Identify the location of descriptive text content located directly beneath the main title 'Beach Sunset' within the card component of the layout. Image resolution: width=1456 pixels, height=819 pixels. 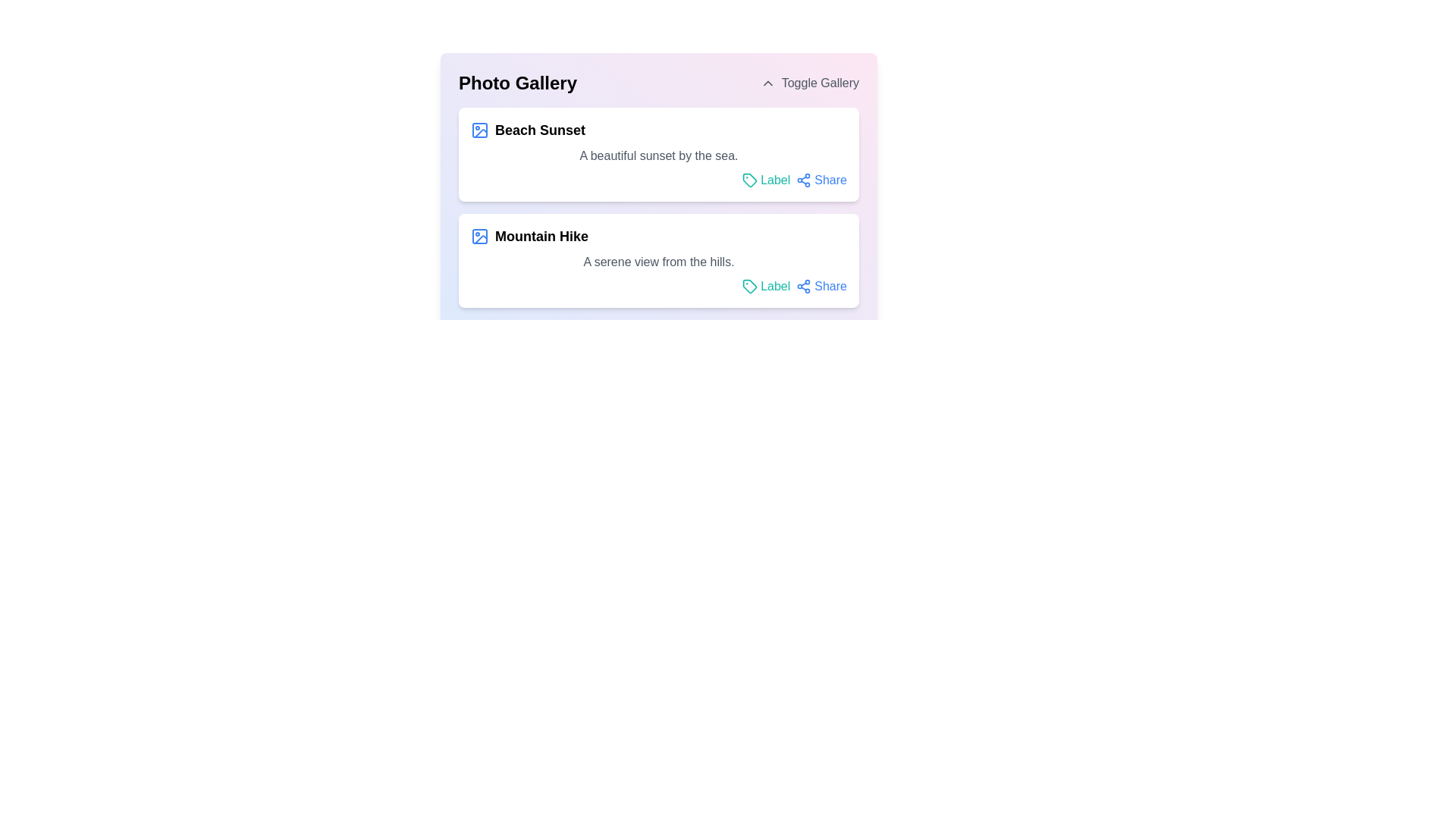
(658, 155).